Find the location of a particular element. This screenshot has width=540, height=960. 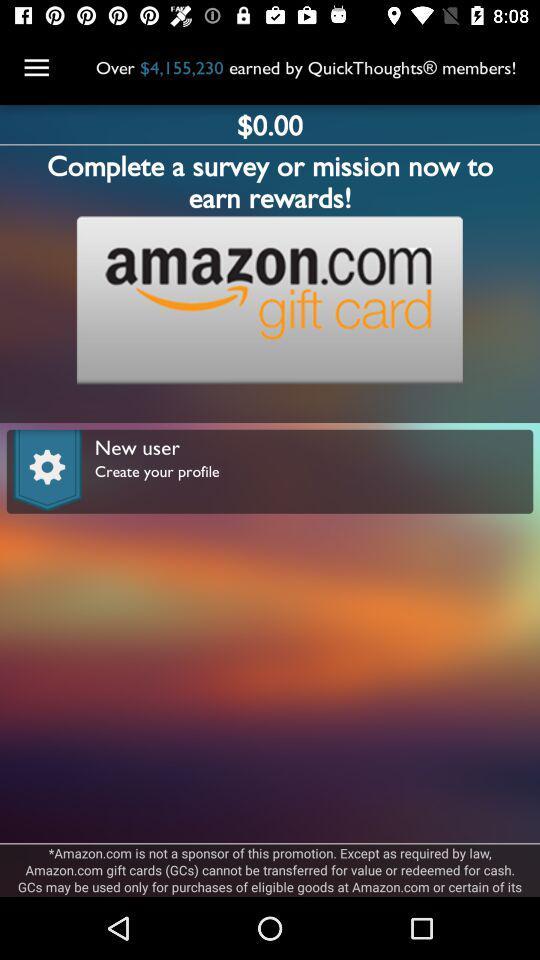

advertisement is located at coordinates (269, 299).